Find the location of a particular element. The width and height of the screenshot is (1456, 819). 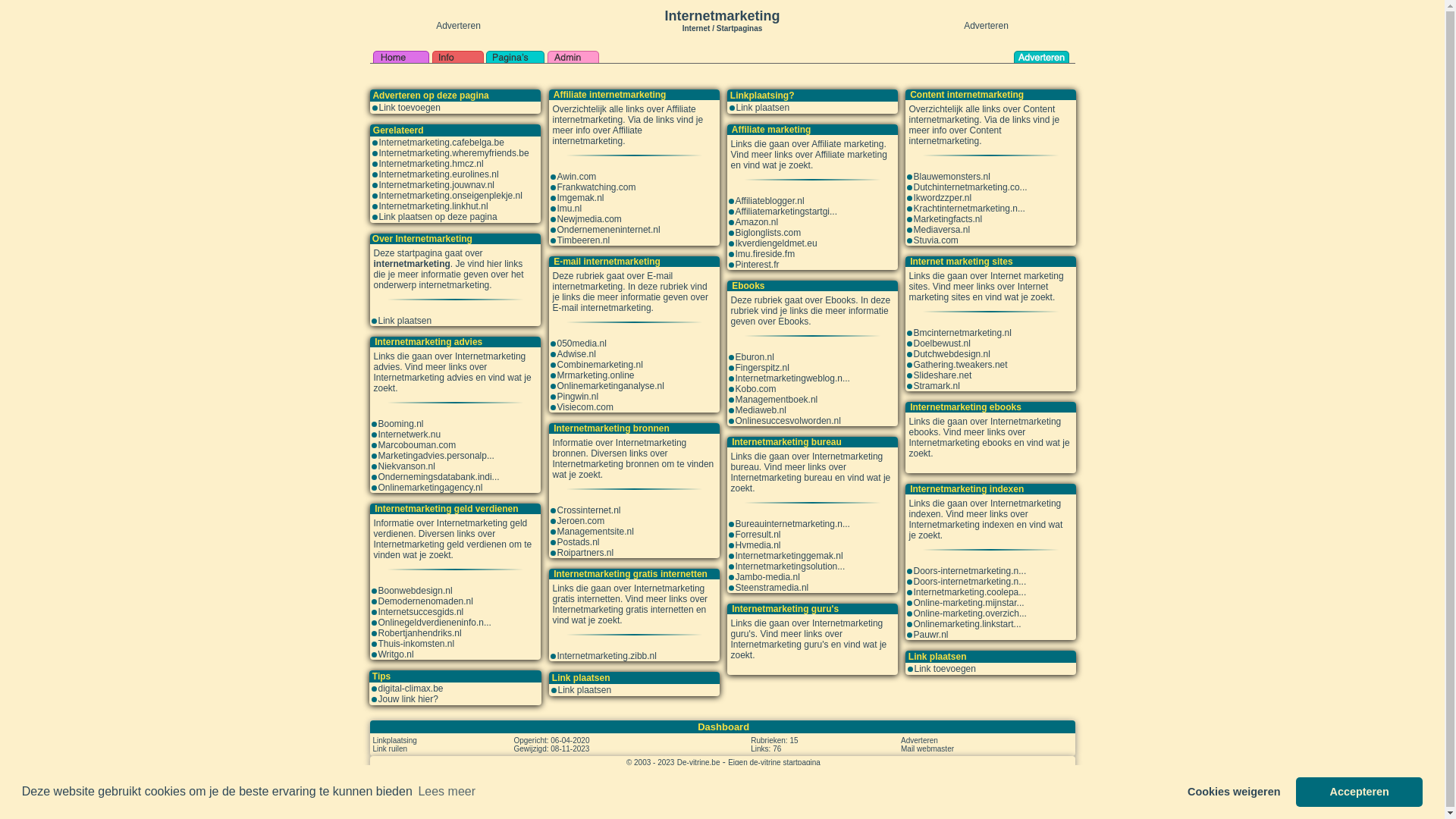

'Biglonglists.com' is located at coordinates (768, 233).